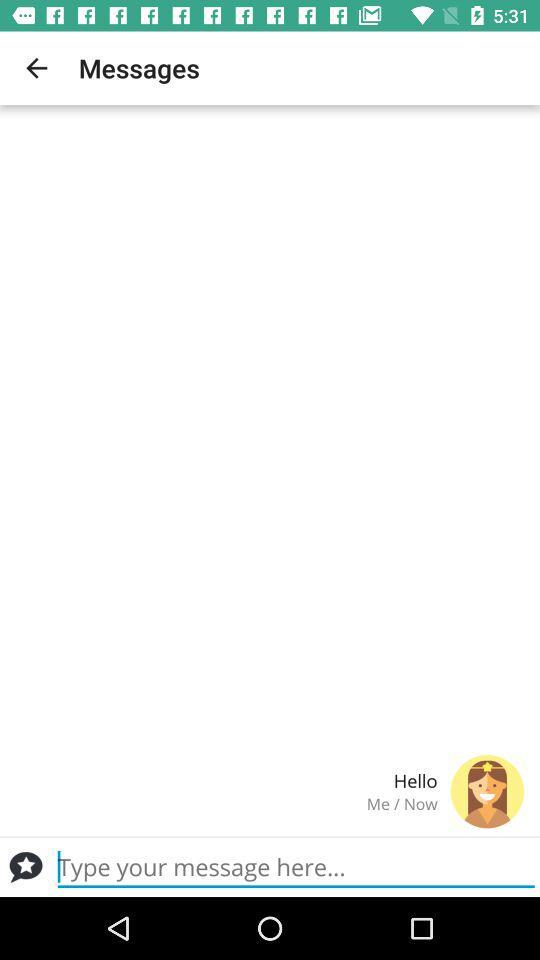 Image resolution: width=540 pixels, height=960 pixels. I want to click on click off advertisement, so click(25, 866).